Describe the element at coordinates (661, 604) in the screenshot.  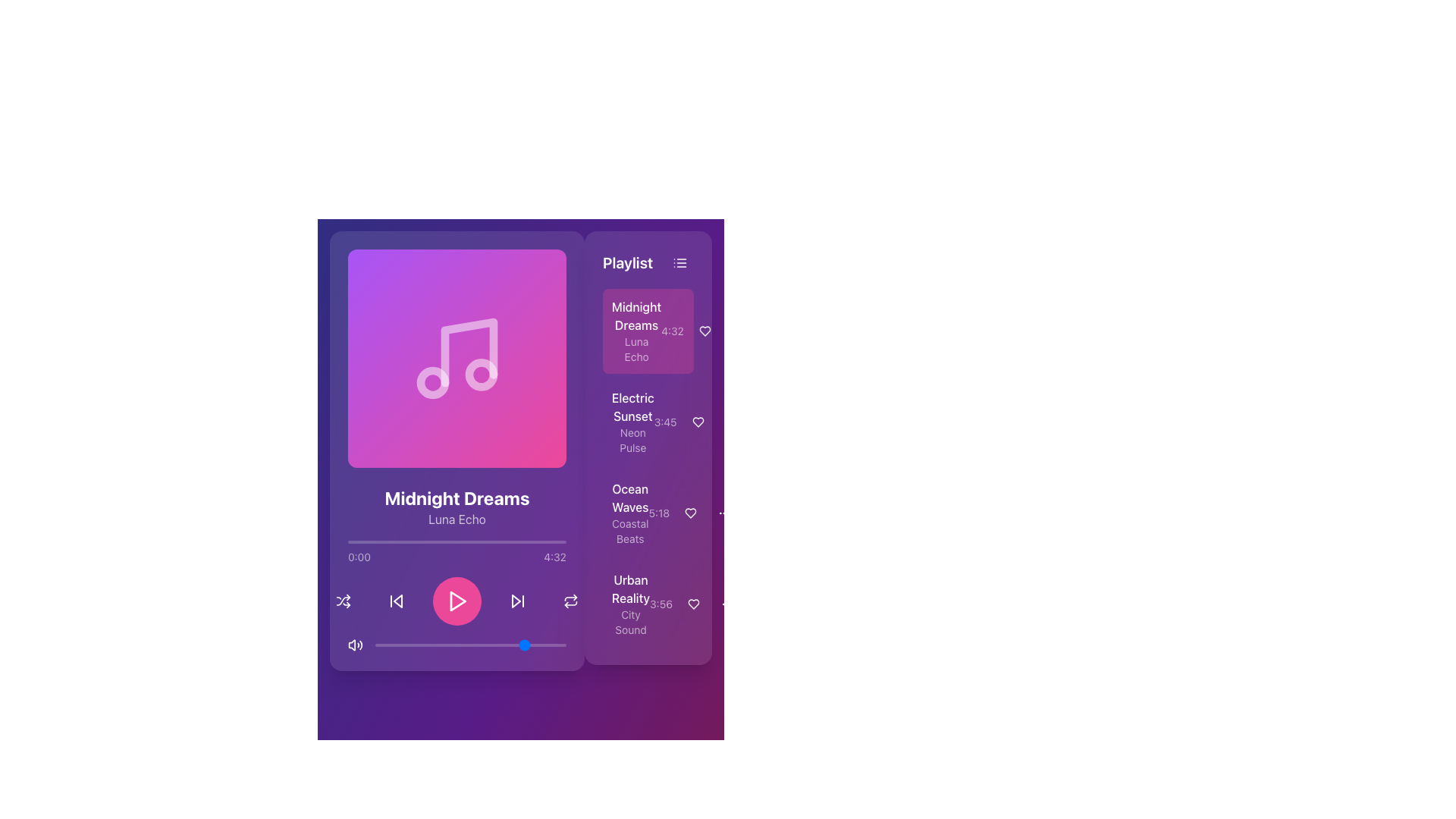
I see `the static text displaying '3:56', which is located in the lower-right section of the interface under the 'Playlist' section, adjacent to 'Urban Reality'` at that location.